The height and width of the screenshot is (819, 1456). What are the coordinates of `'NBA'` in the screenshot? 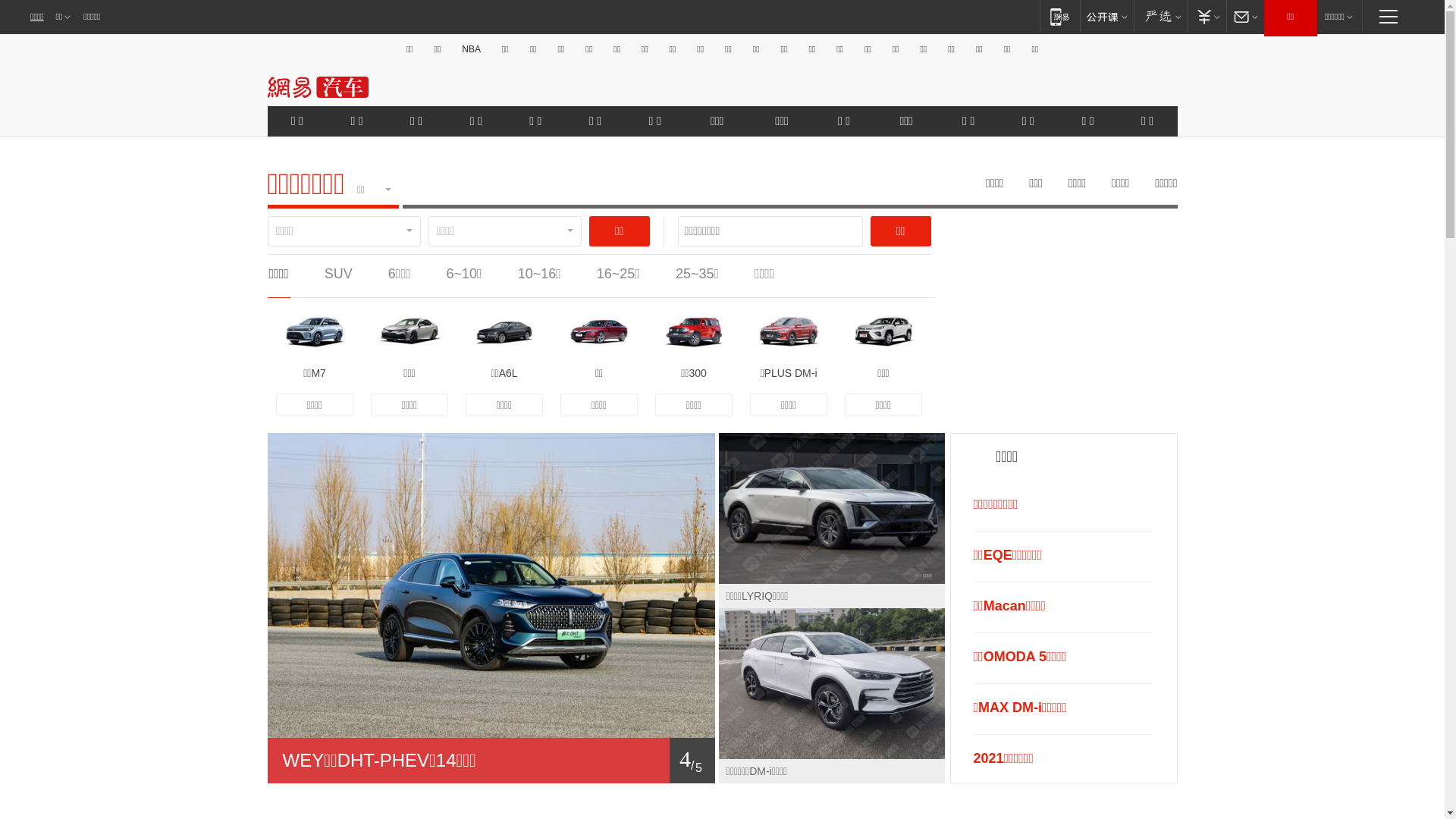 It's located at (470, 49).